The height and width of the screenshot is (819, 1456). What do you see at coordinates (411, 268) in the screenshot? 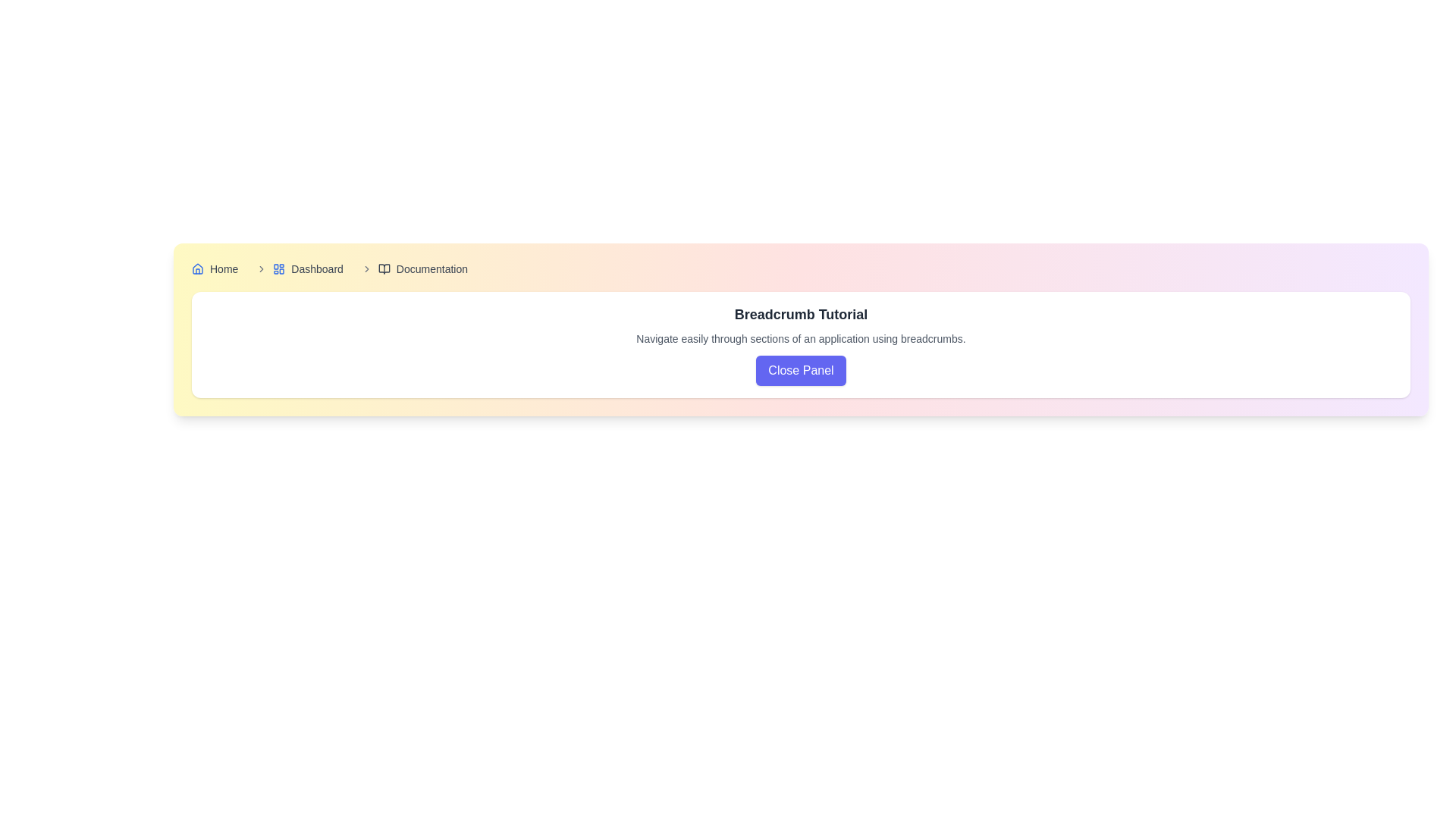
I see `the 'Documentation' breadcrumb item, which is the third item in the breadcrumb navigation bar` at bounding box center [411, 268].